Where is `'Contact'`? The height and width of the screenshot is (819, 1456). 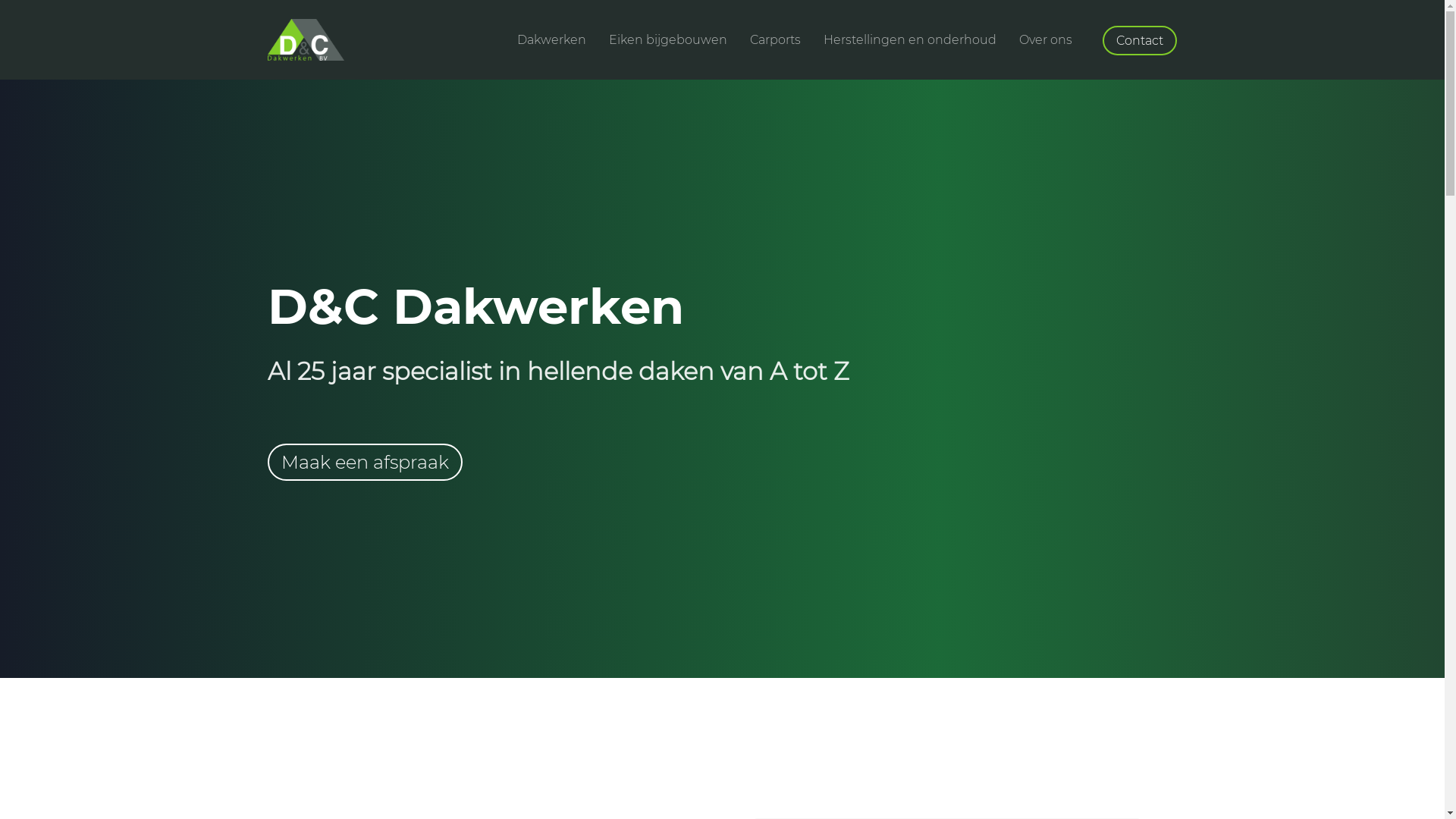
'Contact' is located at coordinates (1103, 39).